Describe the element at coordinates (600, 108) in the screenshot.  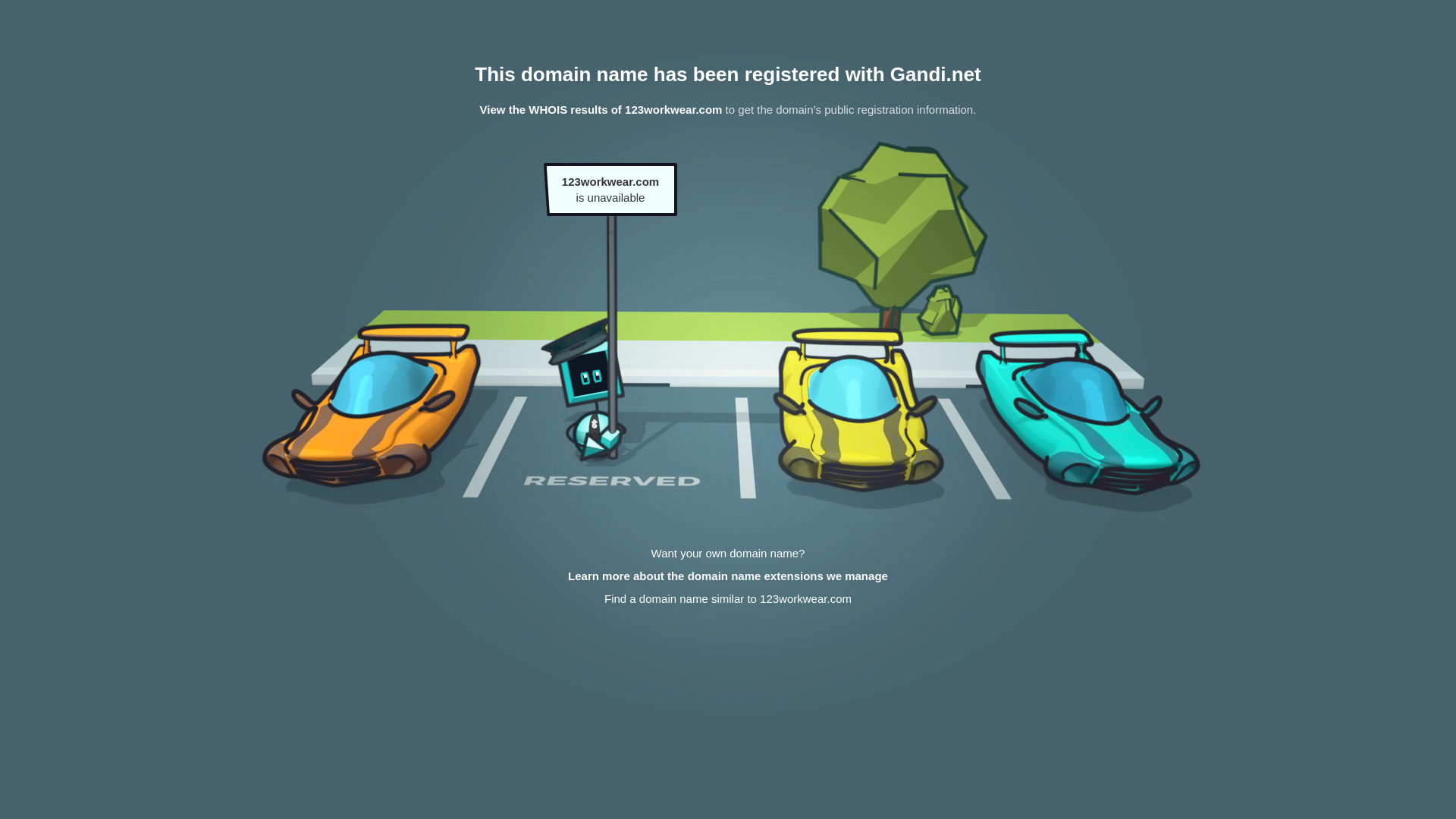
I see `'View the WHOIS results of 123workwear.com'` at that location.